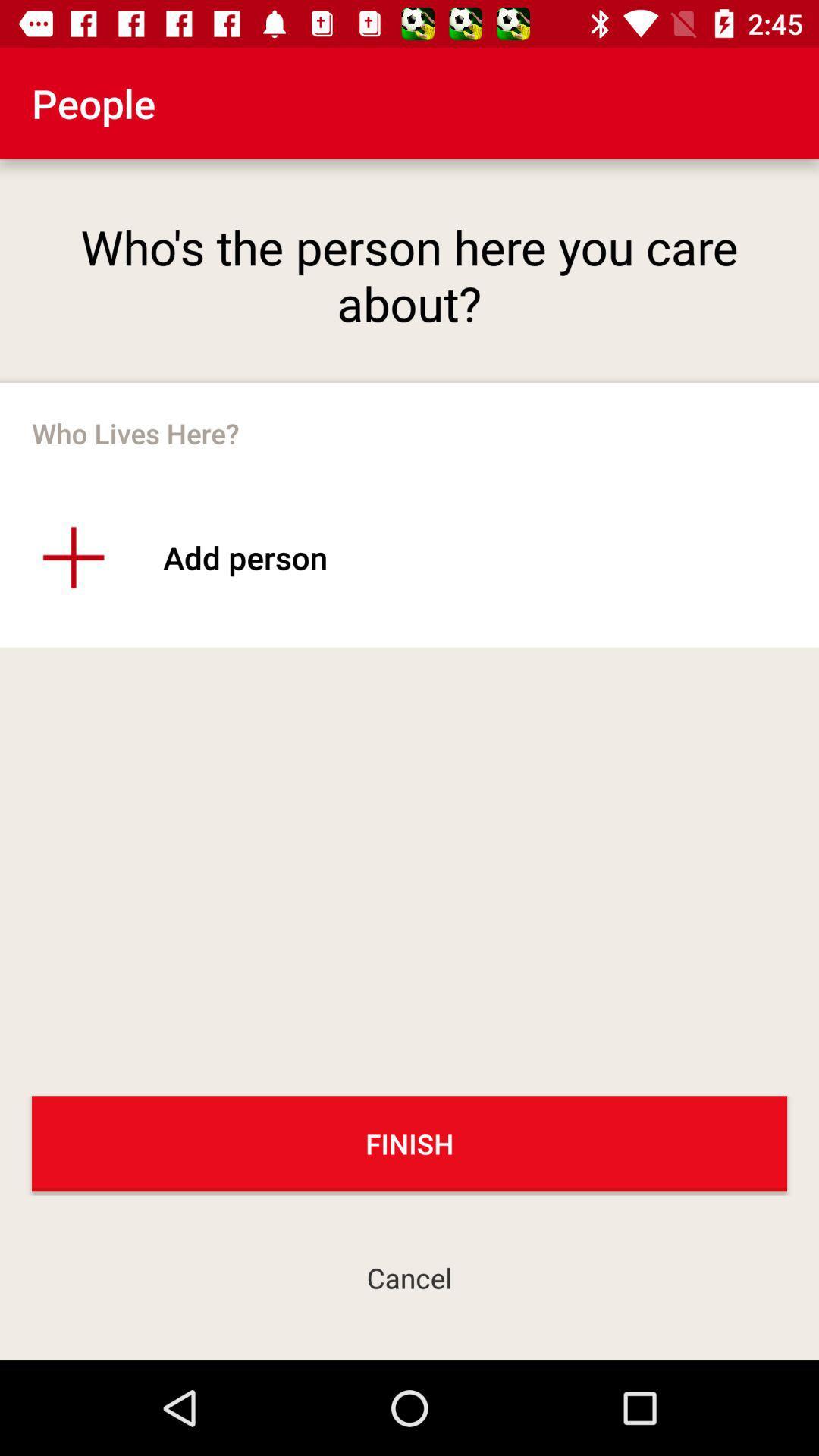 This screenshot has height=1456, width=819. What do you see at coordinates (409, 1277) in the screenshot?
I see `item below the finish` at bounding box center [409, 1277].